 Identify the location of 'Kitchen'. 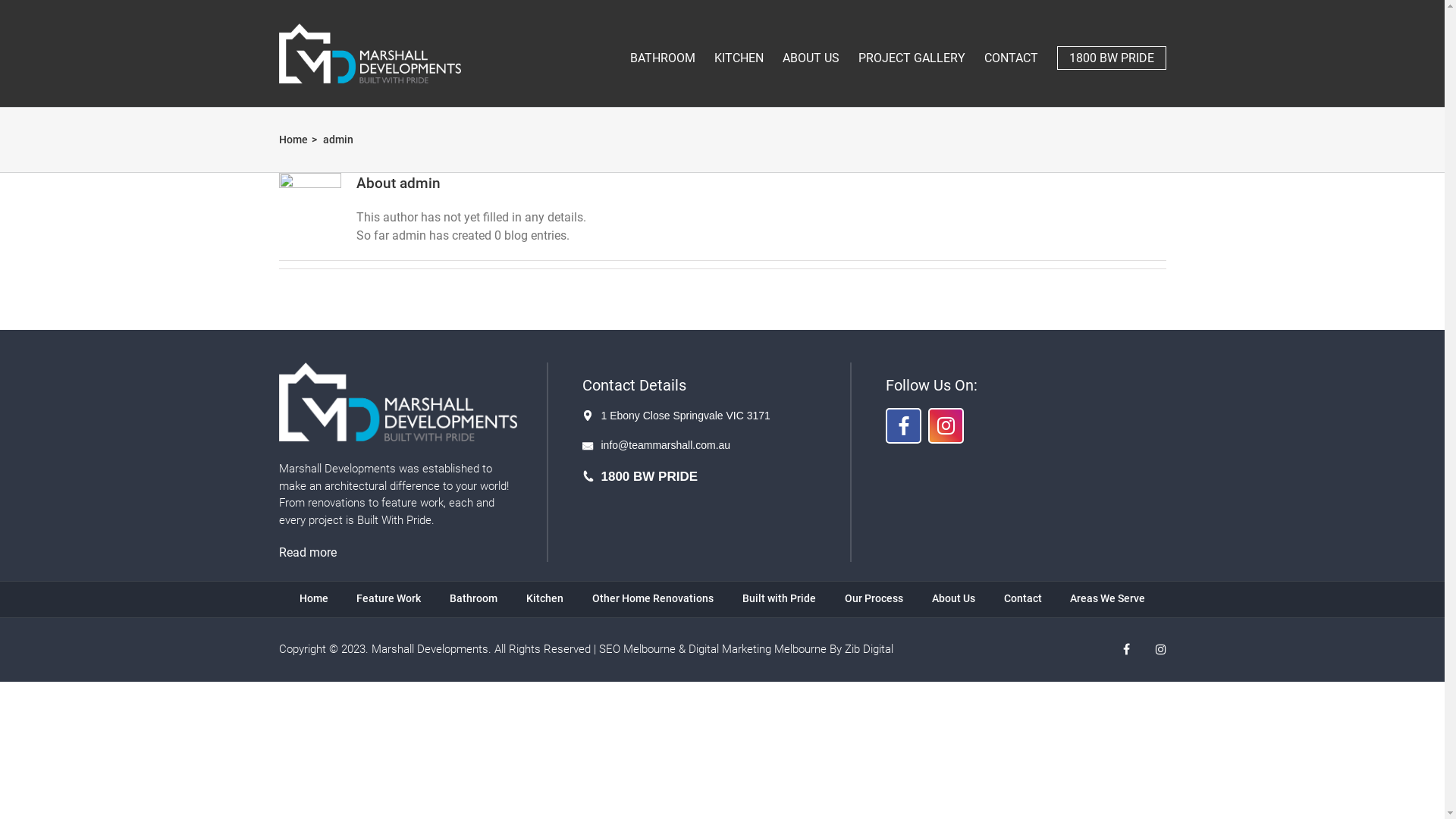
(526, 598).